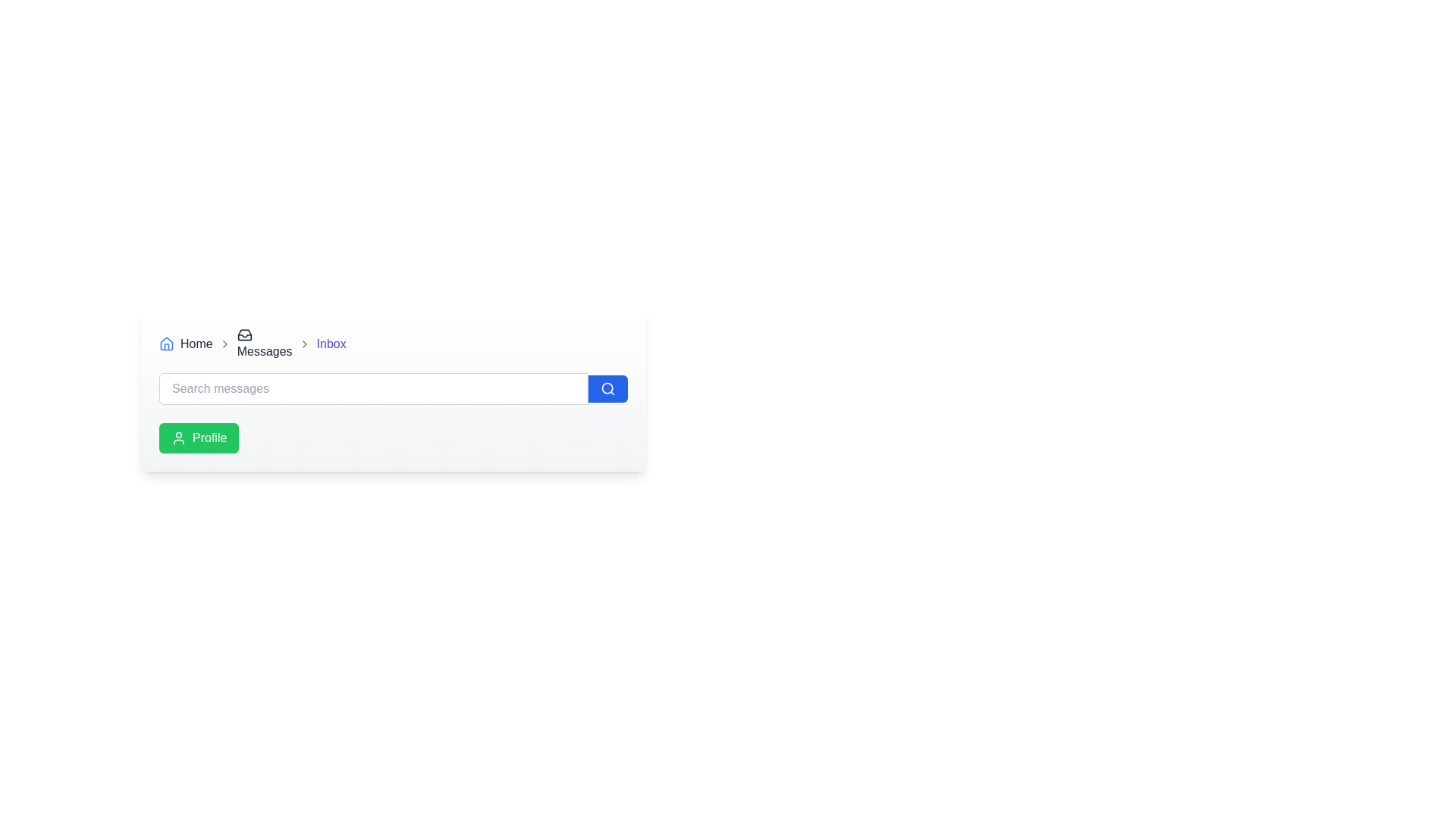  What do you see at coordinates (224, 344) in the screenshot?
I see `the navigational hierarchy icon located between the 'Home' and 'Messages' sections` at bounding box center [224, 344].